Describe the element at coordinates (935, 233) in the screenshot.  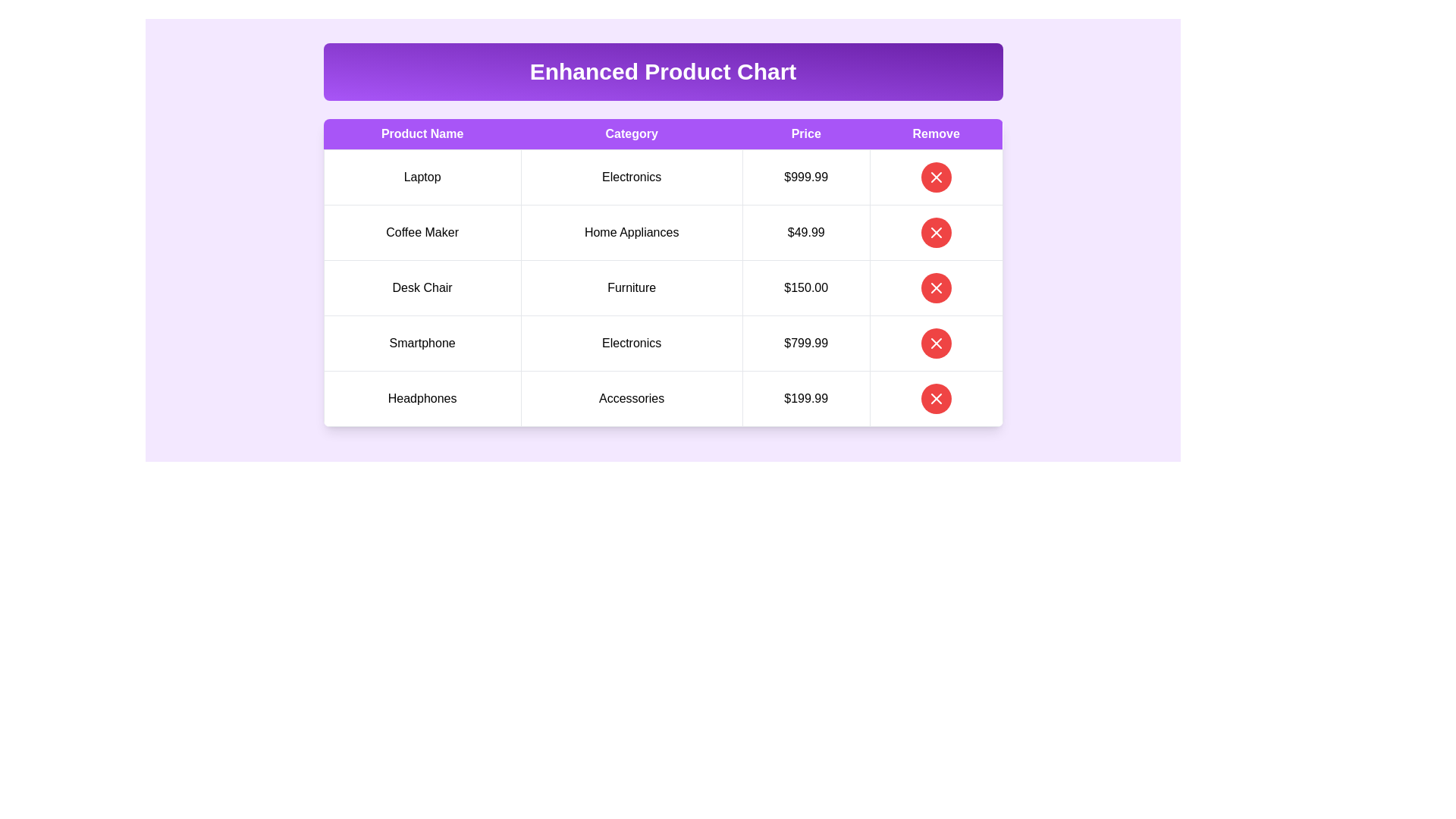
I see `the 'Remove' button for the row representing 'Coffee Maker', 'Home Appliances', and '$49.99' through keyboard navigation` at that location.